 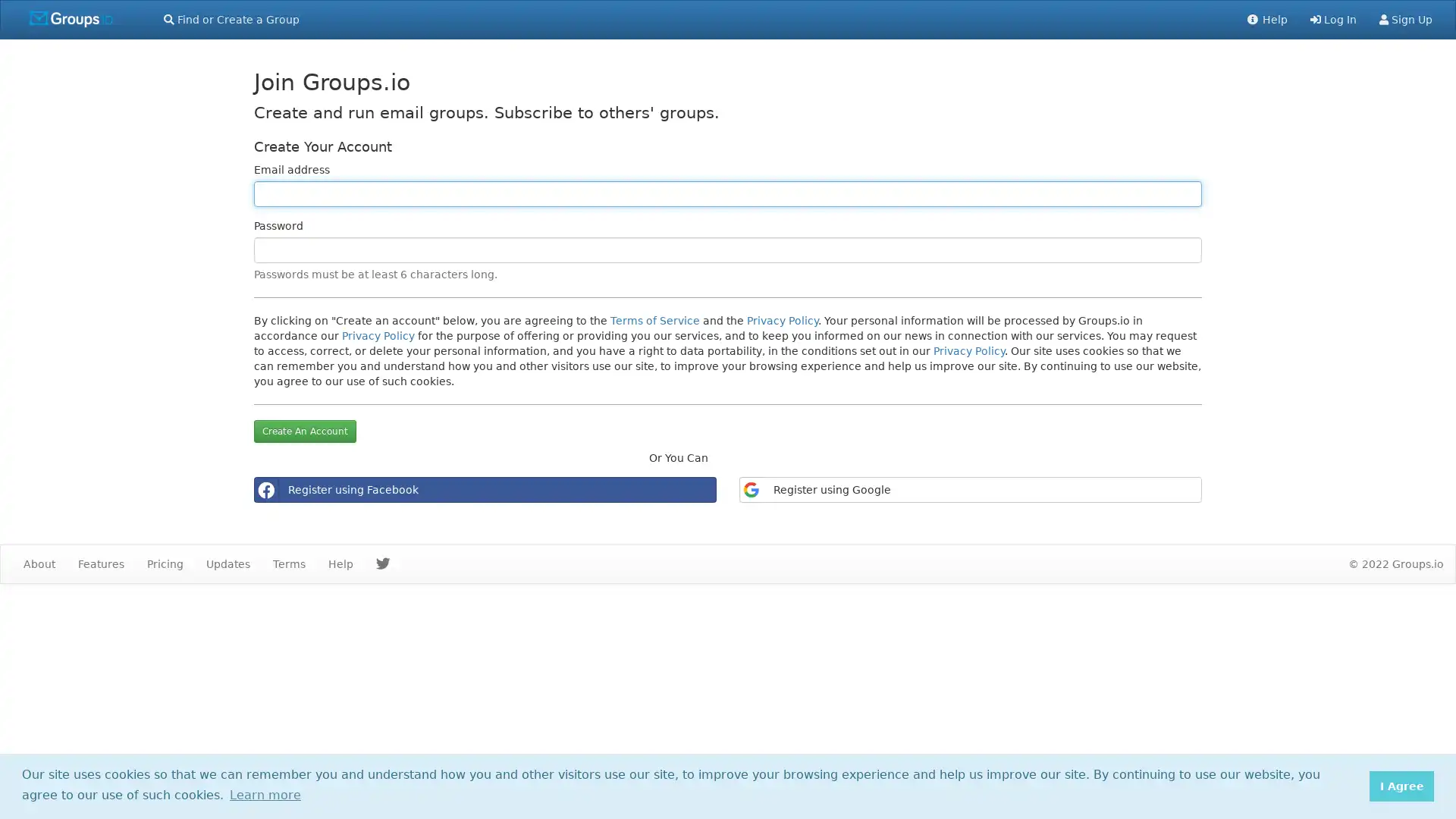 I want to click on dismiss cookie message, so click(x=1401, y=785).